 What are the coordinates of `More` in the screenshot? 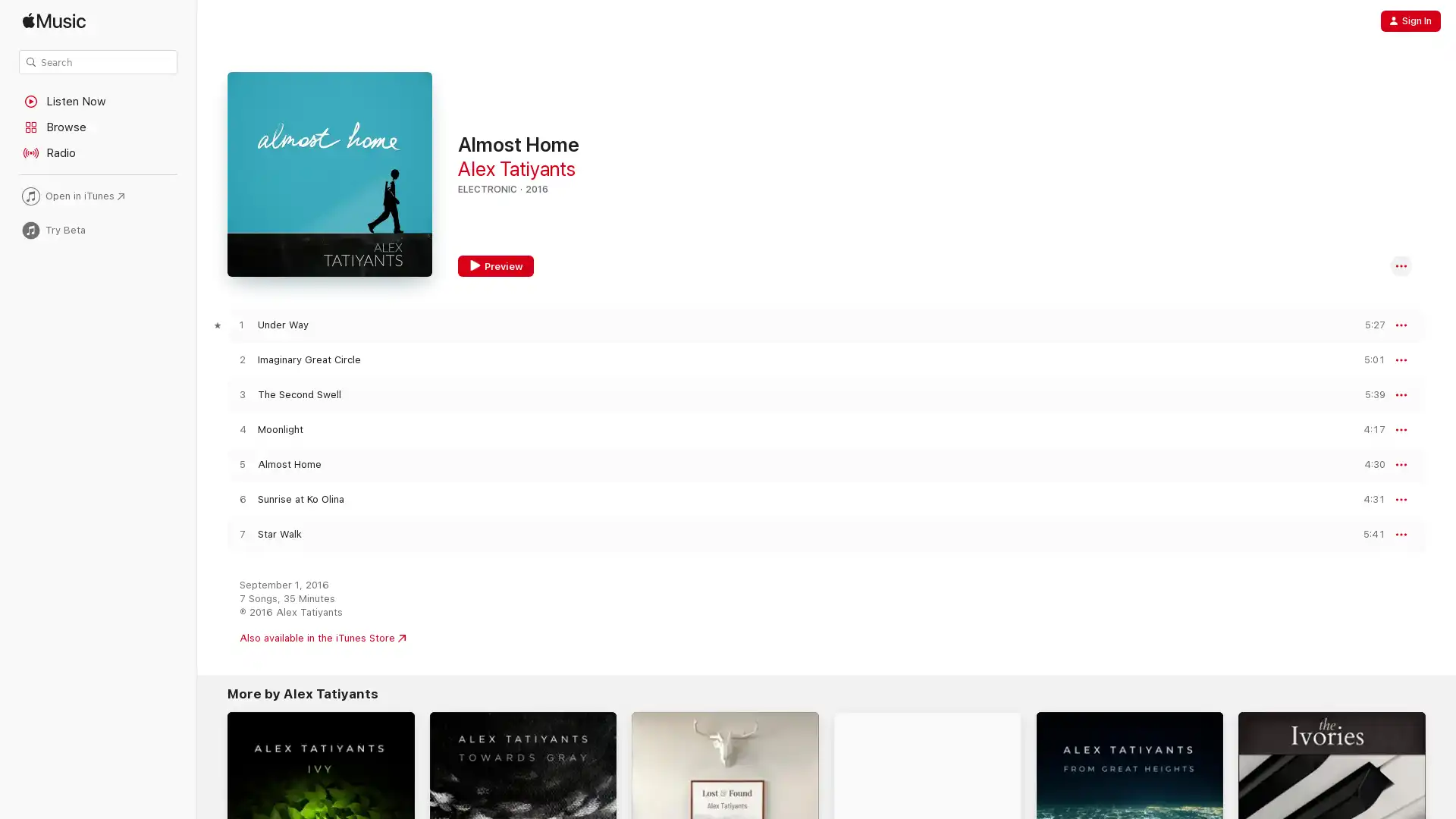 It's located at (1401, 394).